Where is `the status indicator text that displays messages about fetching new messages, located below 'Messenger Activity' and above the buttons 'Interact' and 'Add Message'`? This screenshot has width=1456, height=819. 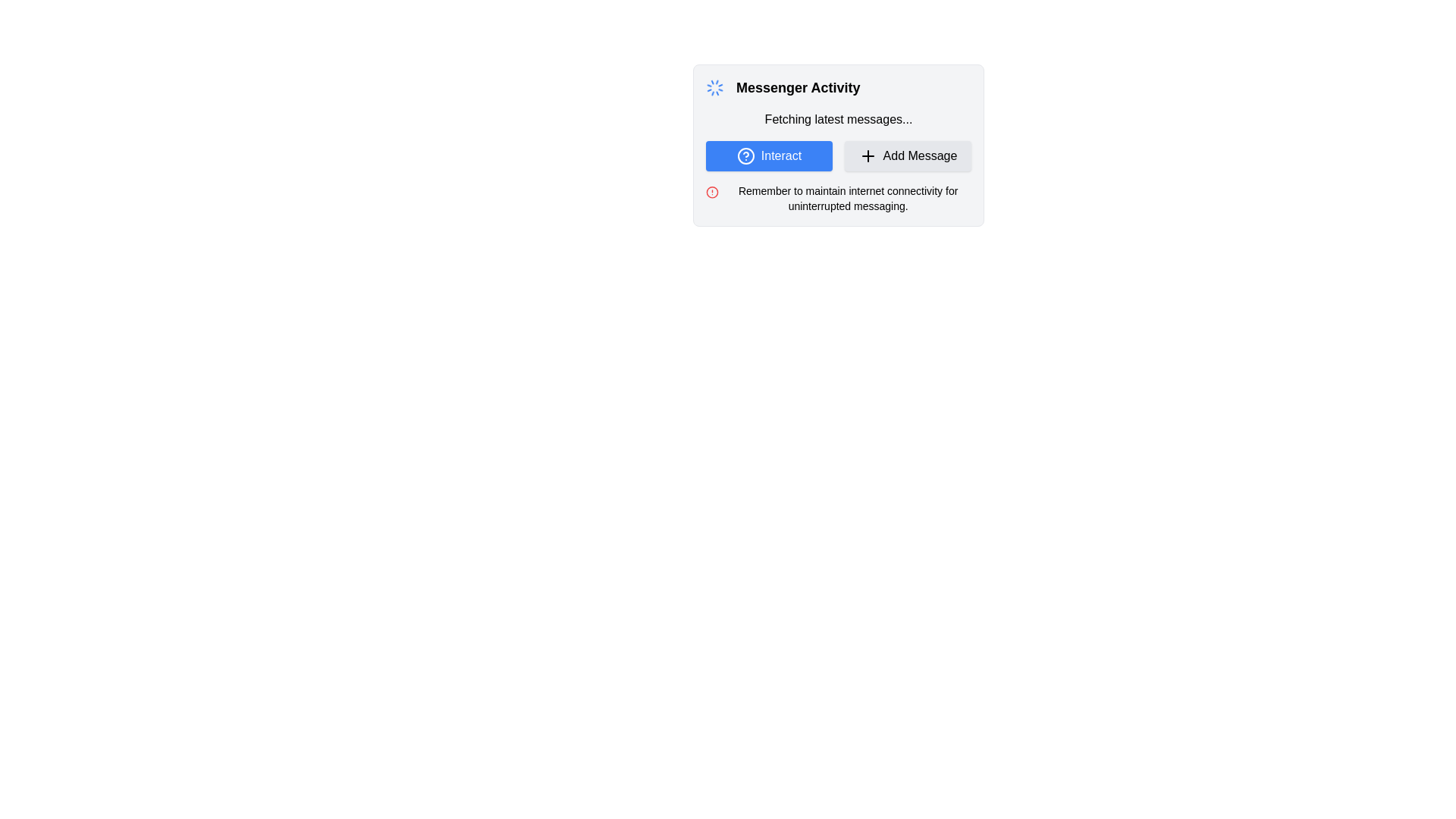 the status indicator text that displays messages about fetching new messages, located below 'Messenger Activity' and above the buttons 'Interact' and 'Add Message' is located at coordinates (837, 119).